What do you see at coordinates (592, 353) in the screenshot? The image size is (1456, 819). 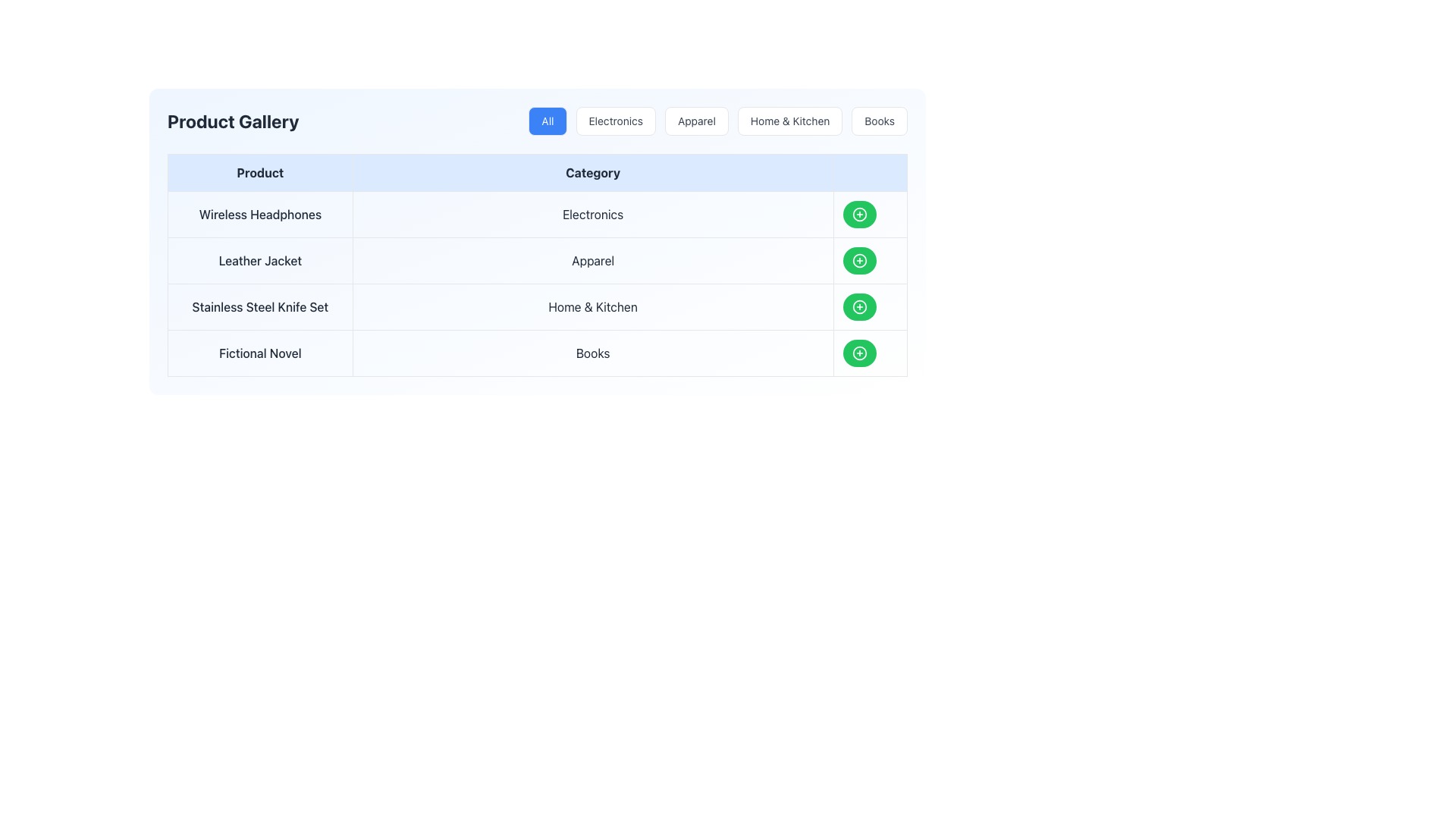 I see `the category name text` at bounding box center [592, 353].